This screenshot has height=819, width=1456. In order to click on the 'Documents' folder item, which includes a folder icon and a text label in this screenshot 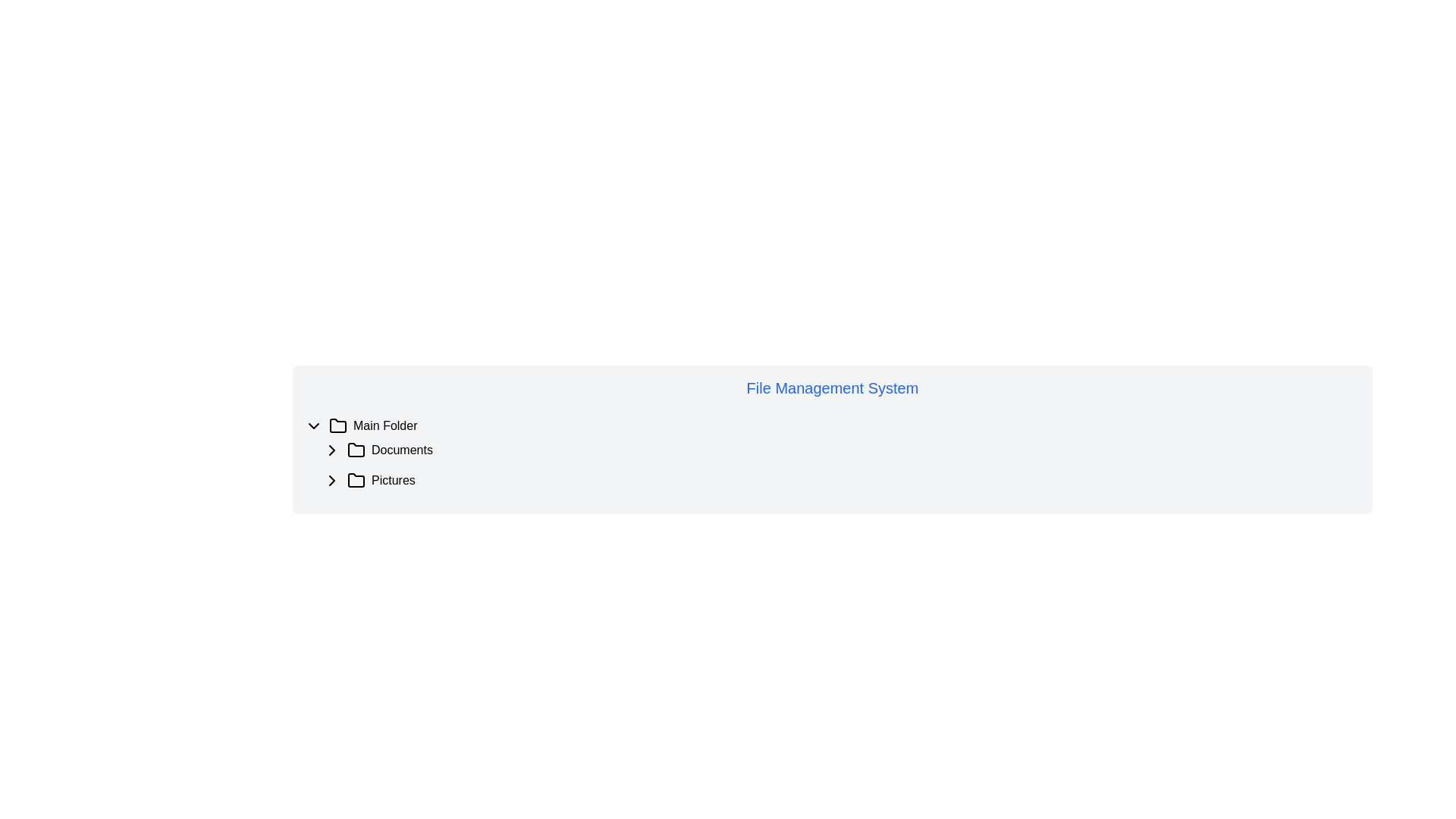, I will do `click(390, 450)`.